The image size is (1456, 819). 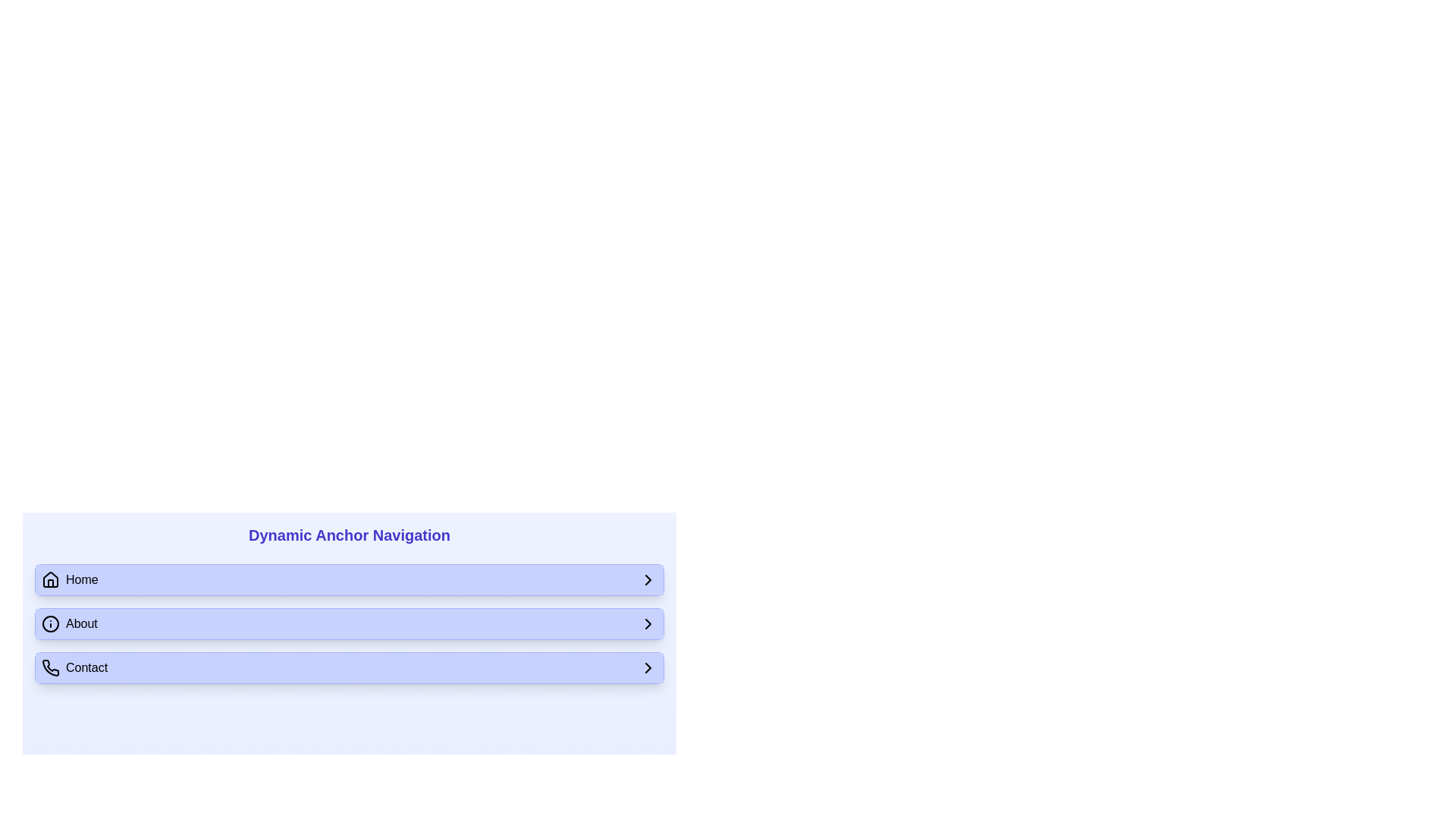 What do you see at coordinates (69, 579) in the screenshot?
I see `the 'Home' navigation menu item, which features a house icon and is part of the 'Dynamic Anchor Navigation' list` at bounding box center [69, 579].